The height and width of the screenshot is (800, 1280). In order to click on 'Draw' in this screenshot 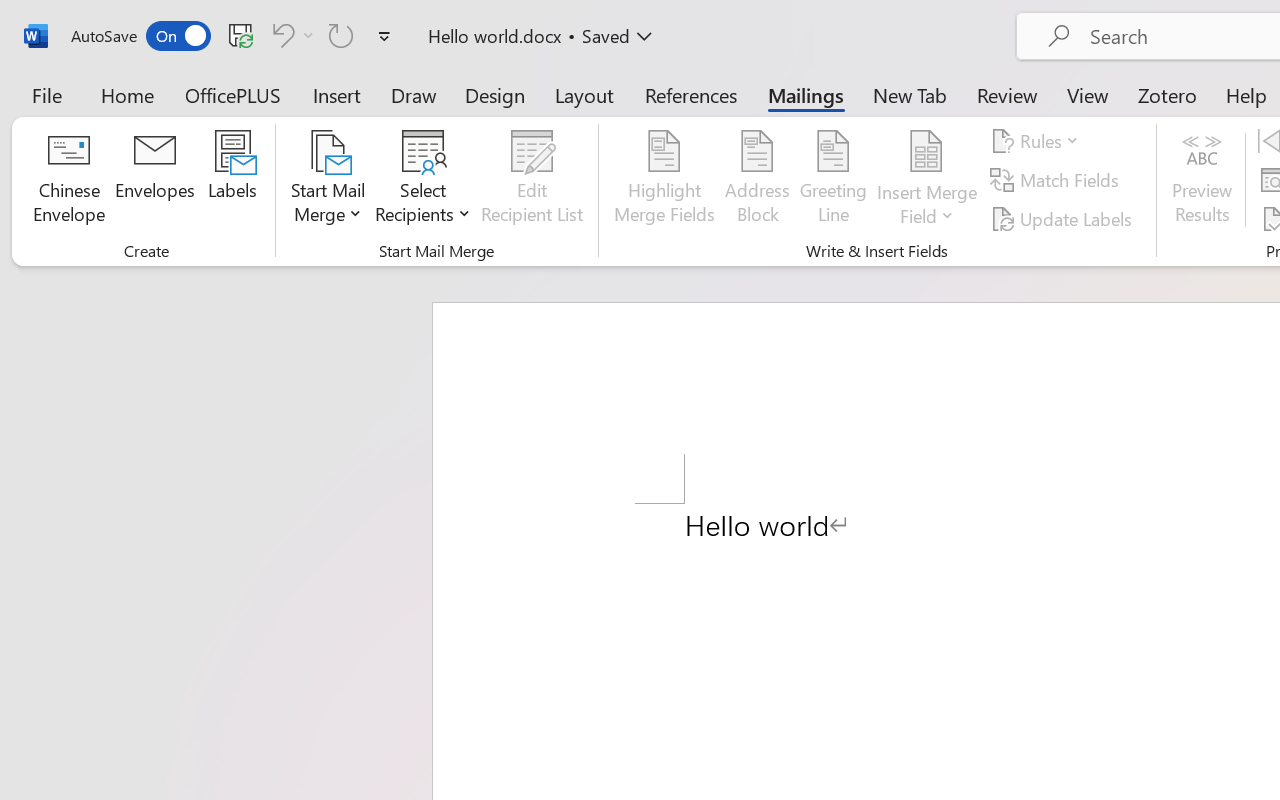, I will do `click(413, 94)`.